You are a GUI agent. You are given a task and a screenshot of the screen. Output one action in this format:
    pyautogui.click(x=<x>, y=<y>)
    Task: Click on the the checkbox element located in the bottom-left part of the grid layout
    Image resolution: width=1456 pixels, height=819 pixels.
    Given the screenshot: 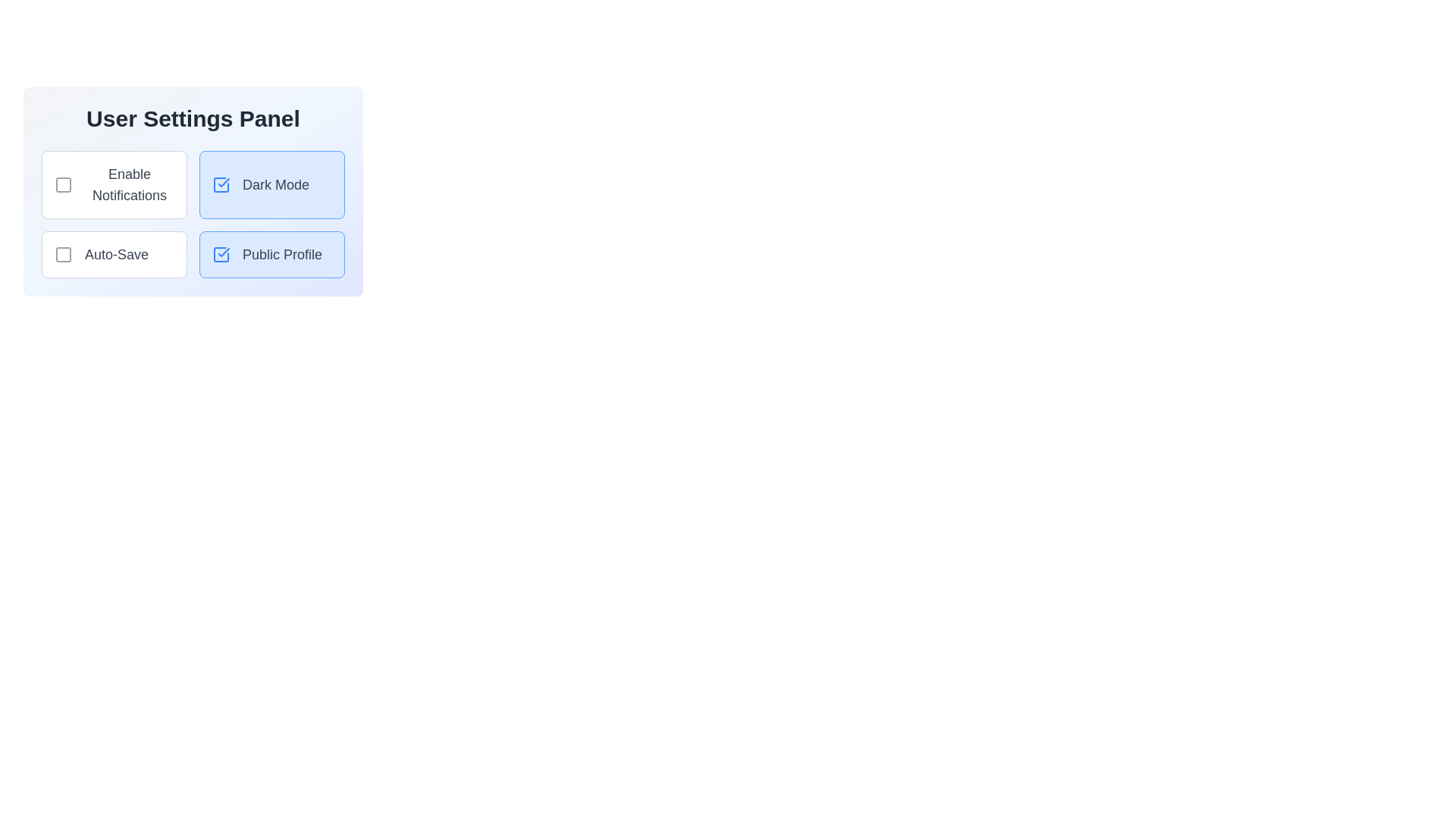 What is the action you would take?
    pyautogui.click(x=113, y=253)
    